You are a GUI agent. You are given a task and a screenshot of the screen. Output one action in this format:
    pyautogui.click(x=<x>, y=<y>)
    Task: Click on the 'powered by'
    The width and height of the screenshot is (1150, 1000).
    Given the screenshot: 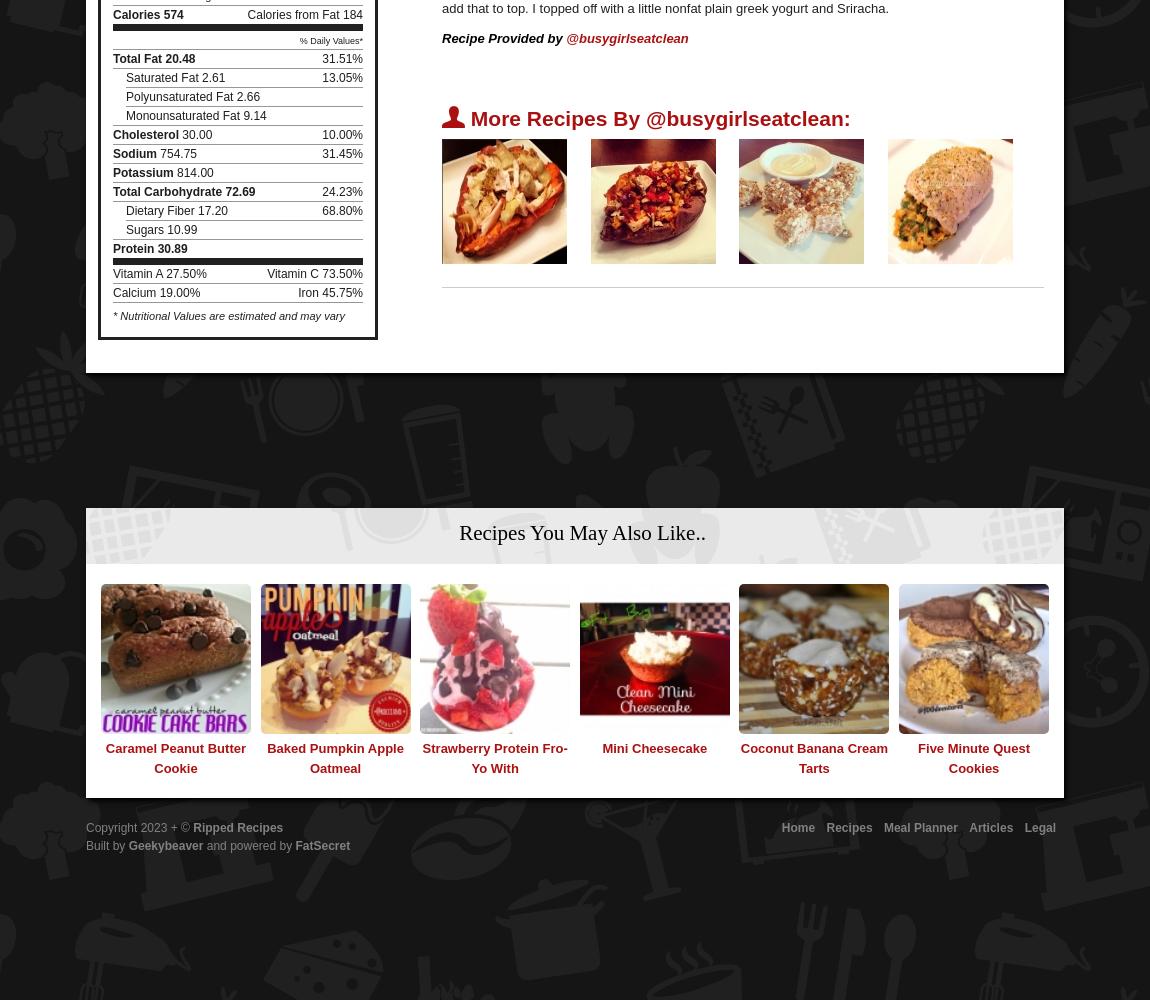 What is the action you would take?
    pyautogui.click(x=261, y=845)
    